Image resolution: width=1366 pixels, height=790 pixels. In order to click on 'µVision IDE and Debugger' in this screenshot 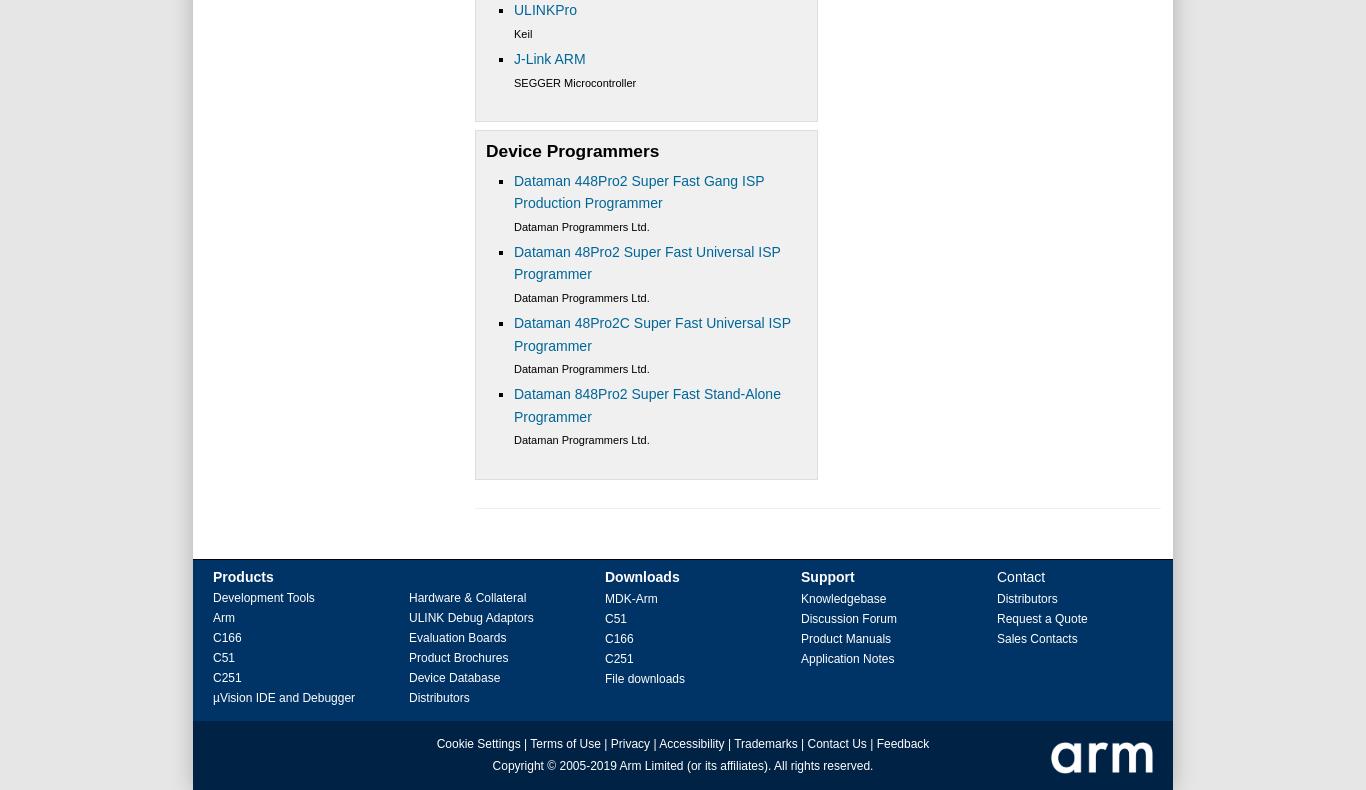, I will do `click(211, 696)`.